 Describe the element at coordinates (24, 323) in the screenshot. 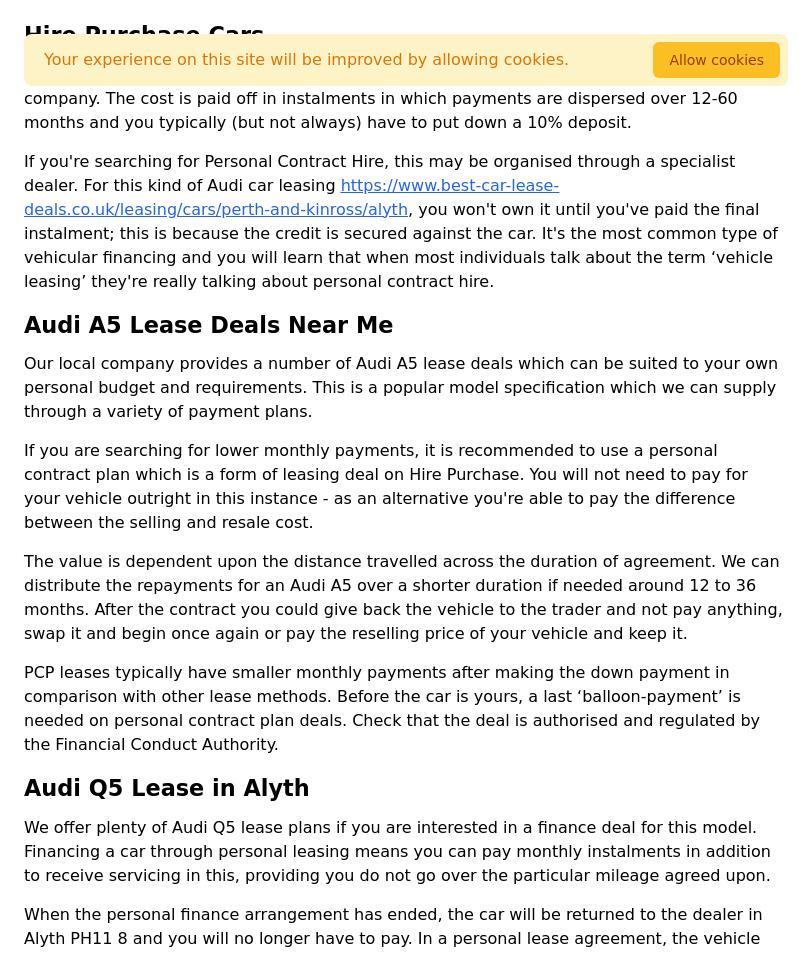

I see `'Audi A5 Lease Deals Near Me'` at that location.